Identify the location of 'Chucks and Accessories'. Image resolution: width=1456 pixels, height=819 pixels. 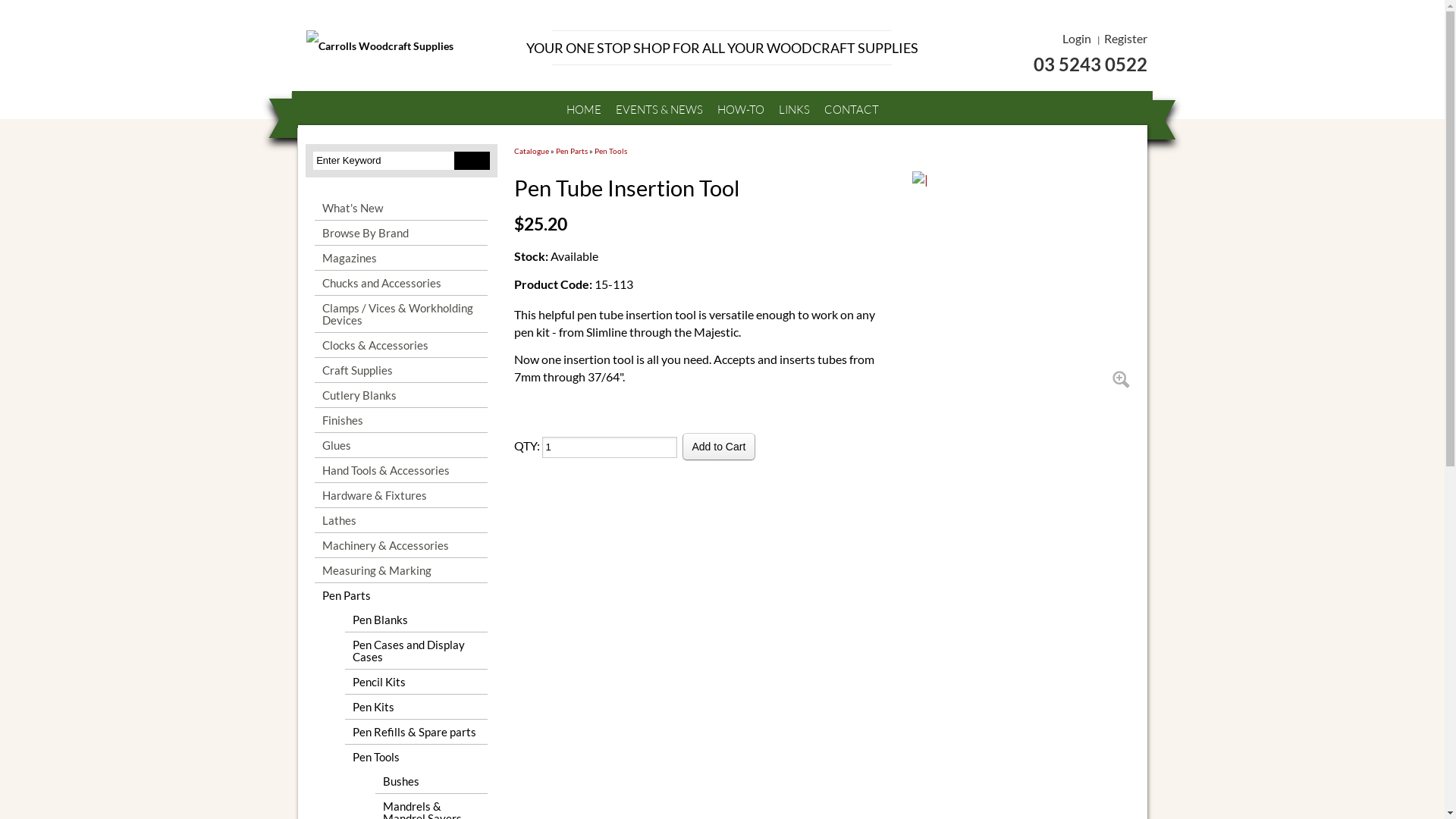
(400, 283).